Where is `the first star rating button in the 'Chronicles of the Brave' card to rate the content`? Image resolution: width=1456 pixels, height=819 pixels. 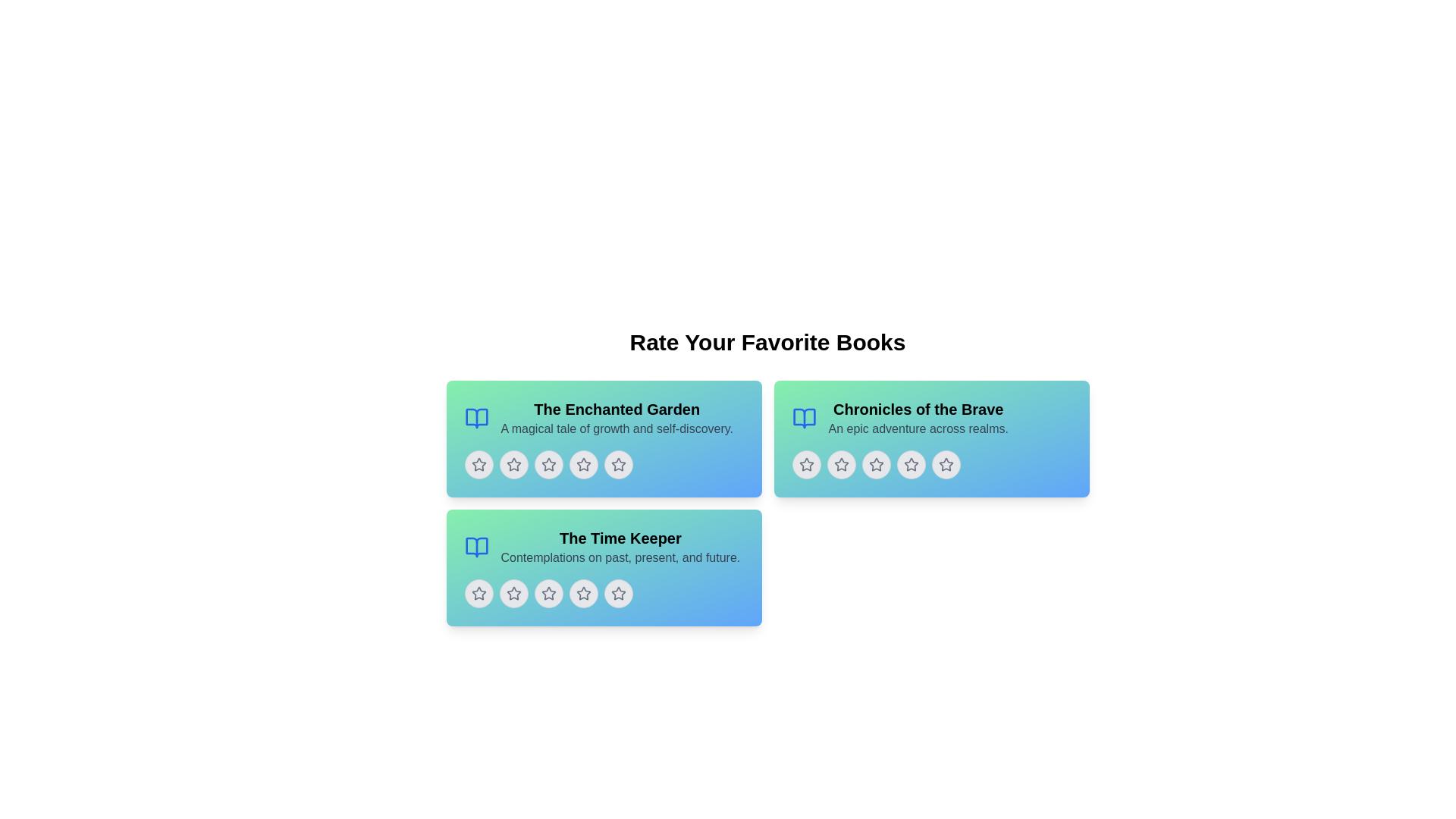
the first star rating button in the 'Chronicles of the Brave' card to rate the content is located at coordinates (805, 464).